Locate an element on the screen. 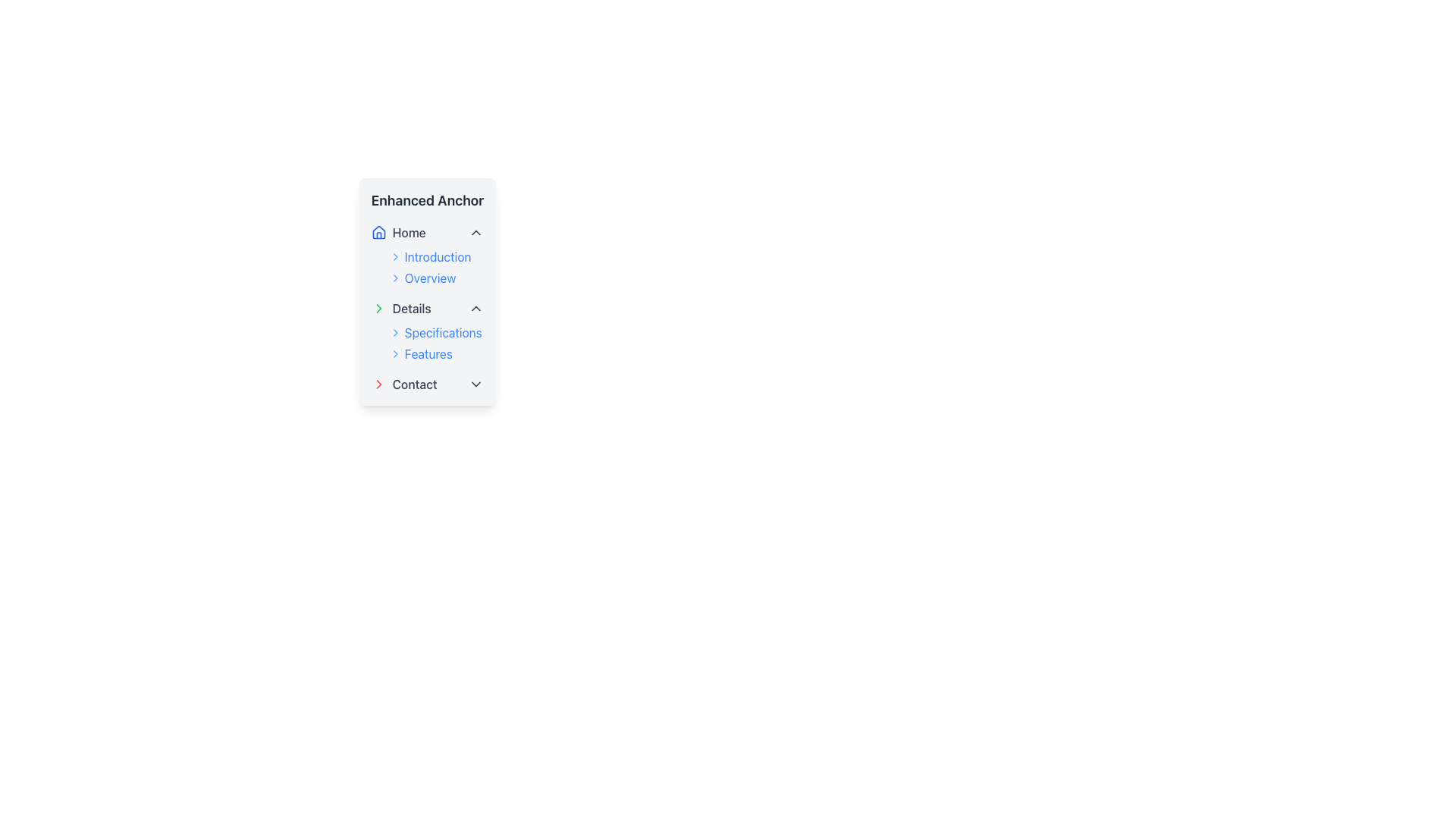 This screenshot has height=819, width=1456. the chevron icon located in the navigation menu next to the 'Specifications' label is located at coordinates (395, 332).